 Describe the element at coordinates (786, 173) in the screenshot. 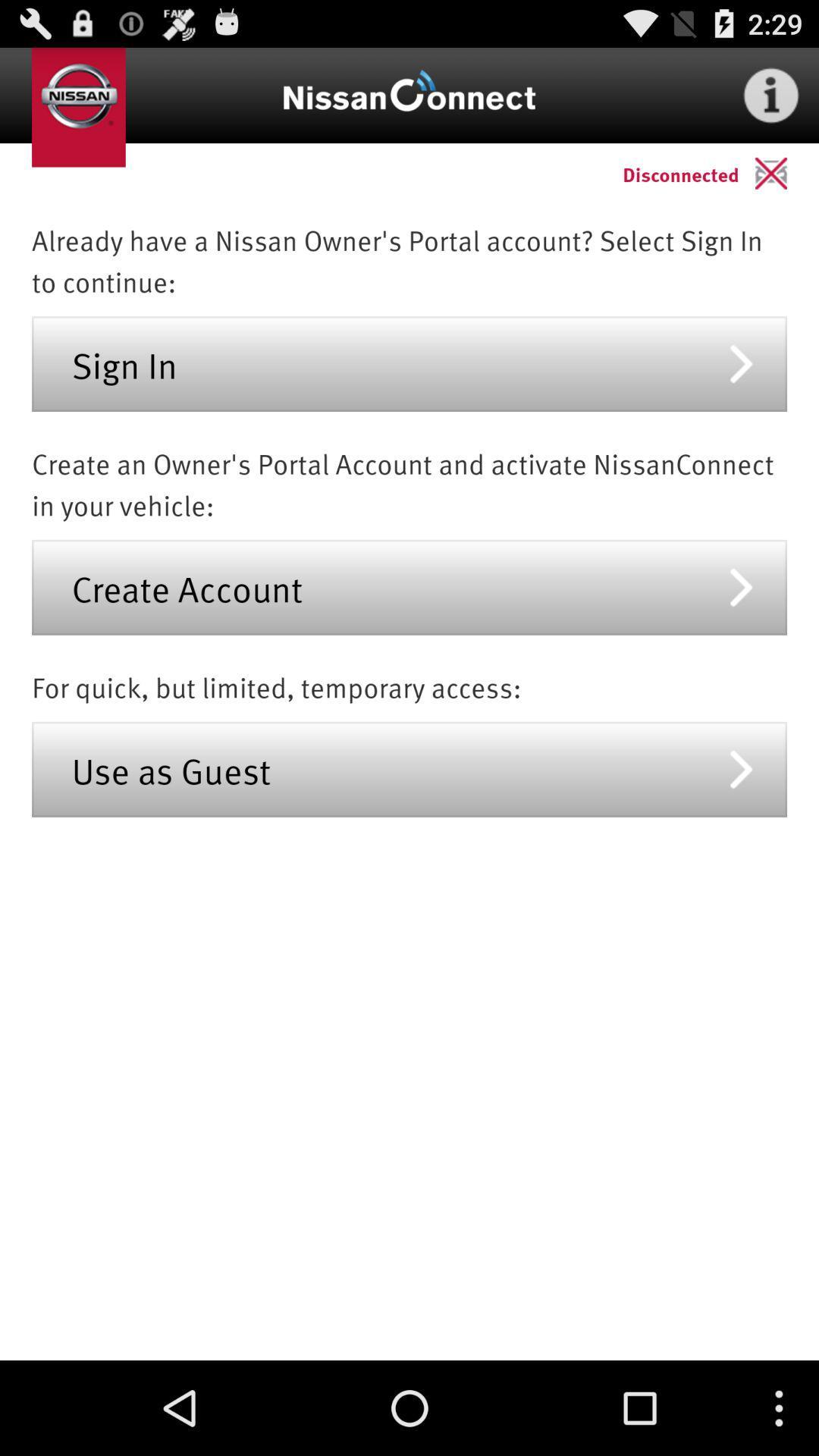

I see `the icon to the right of disconnected` at that location.